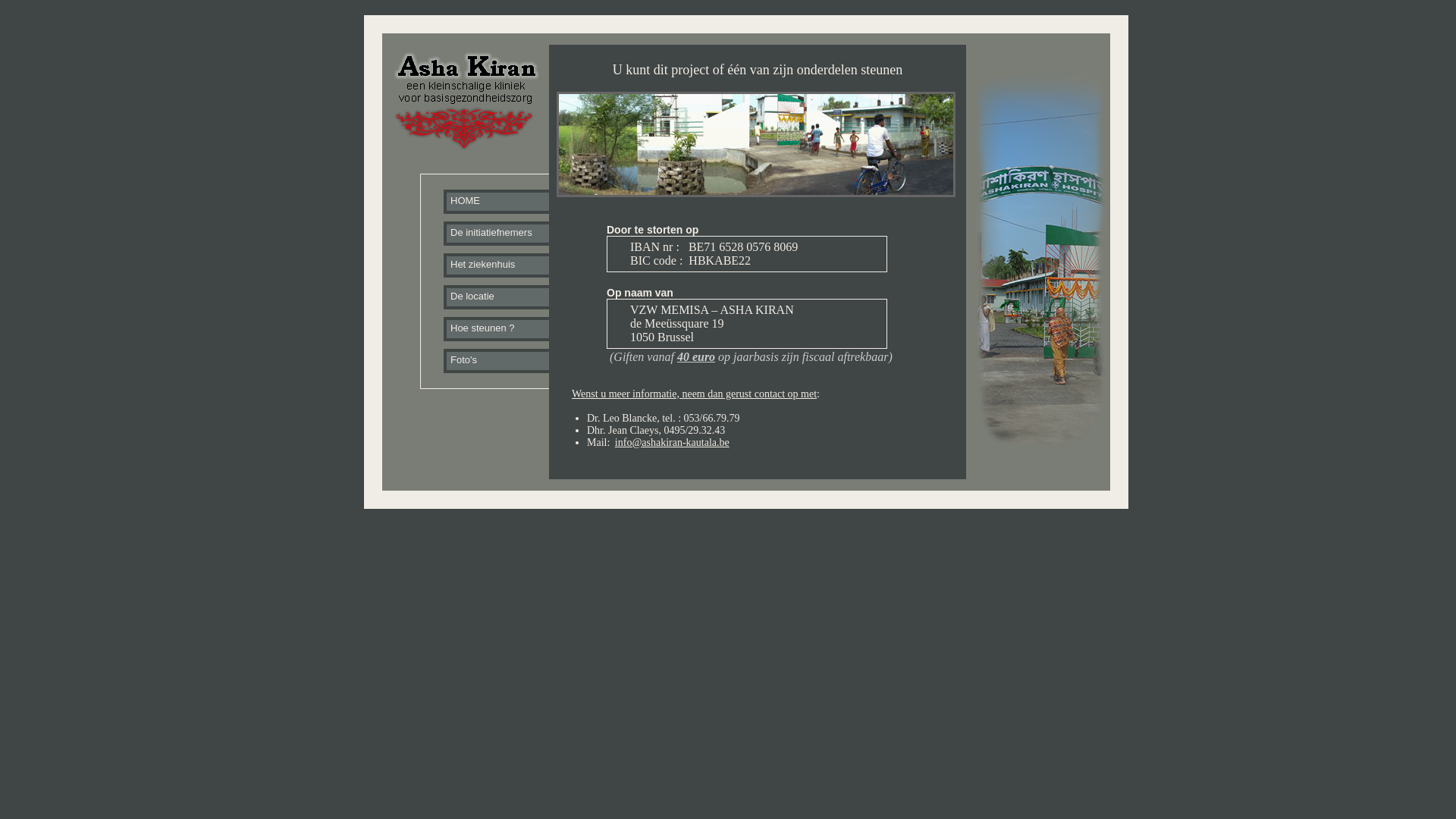 Image resolution: width=1456 pixels, height=819 pixels. I want to click on 'info@ashakiran-kautala.be', so click(671, 442).